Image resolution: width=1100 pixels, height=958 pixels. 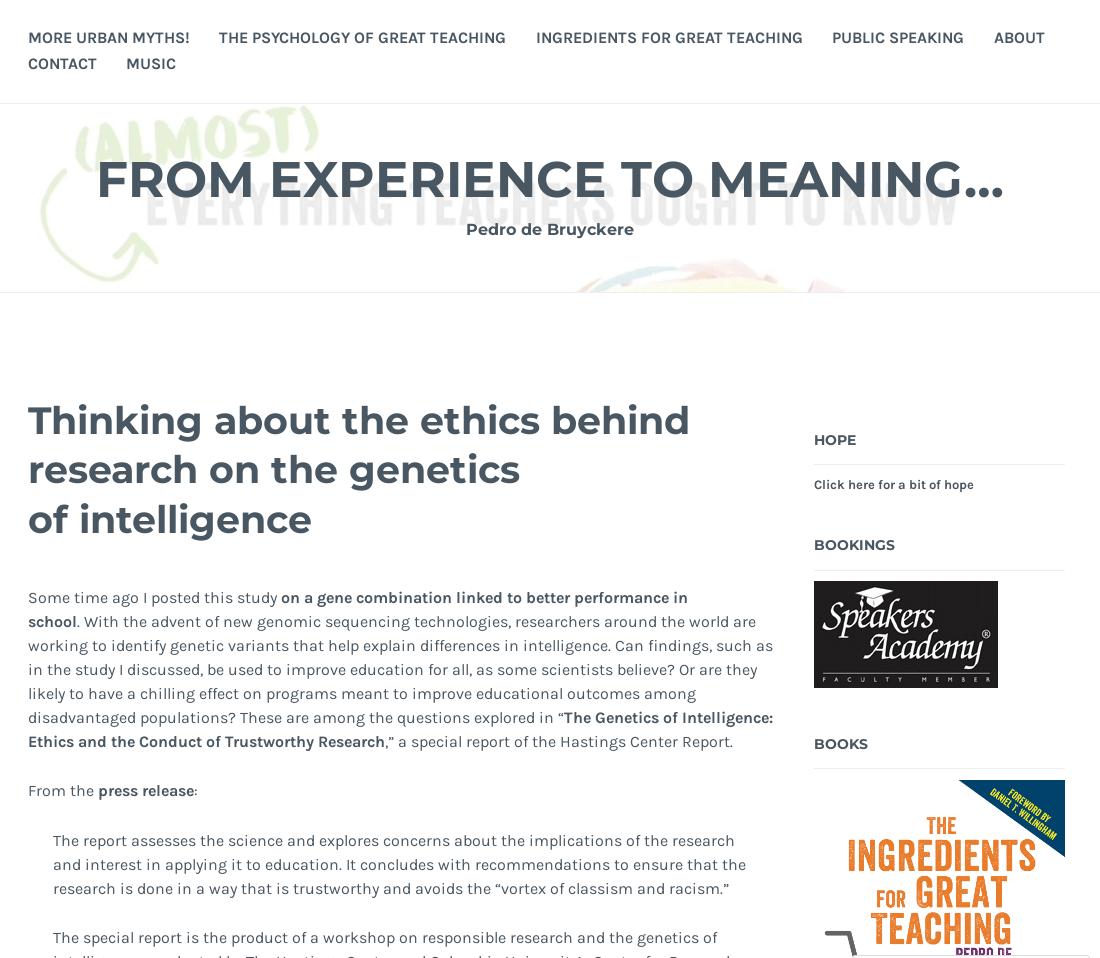 What do you see at coordinates (150, 61) in the screenshot?
I see `'Music'` at bounding box center [150, 61].